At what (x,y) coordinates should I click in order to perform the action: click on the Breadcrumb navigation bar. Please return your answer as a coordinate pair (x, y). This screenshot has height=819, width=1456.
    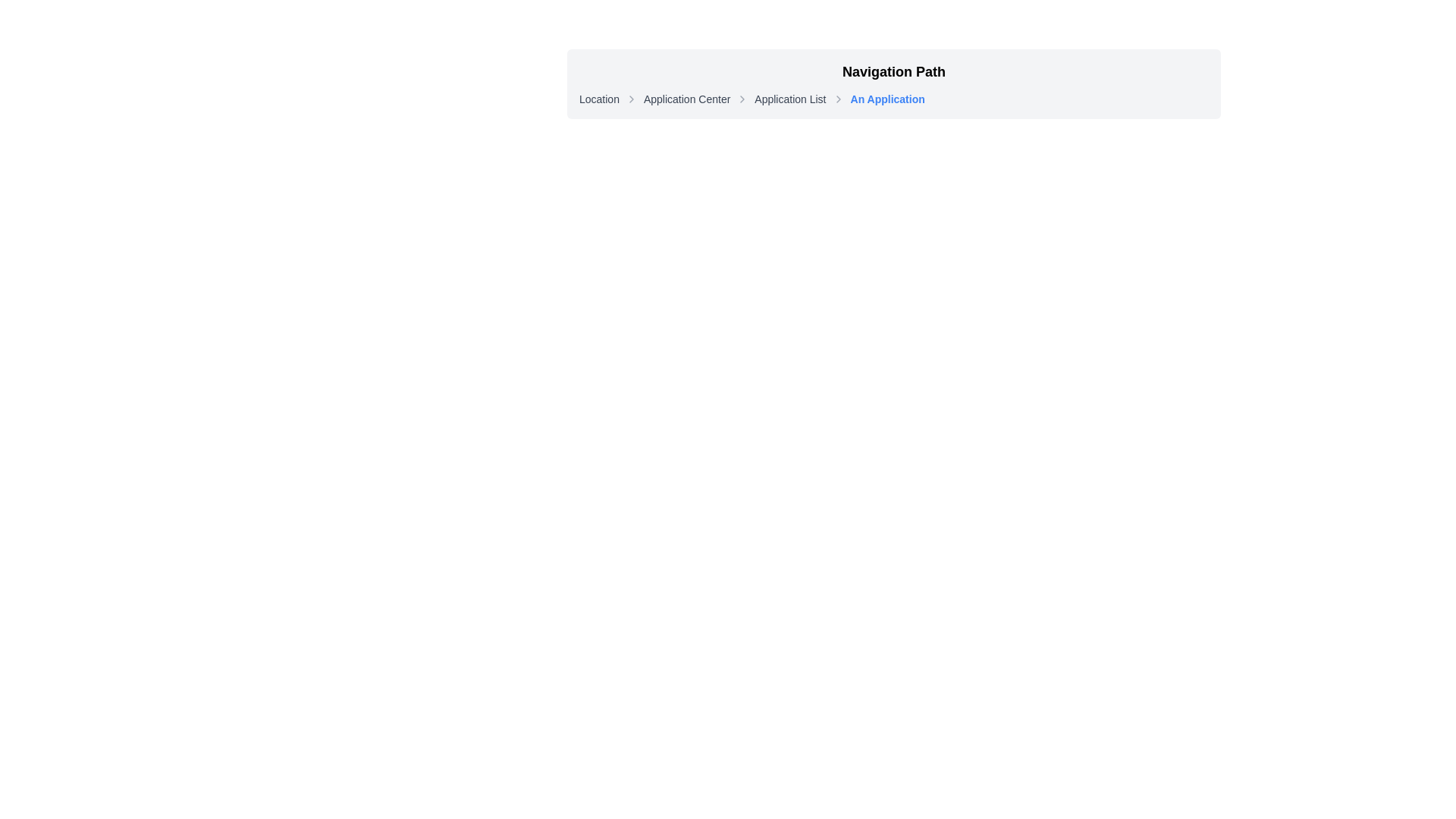
    Looking at the image, I should click on (894, 99).